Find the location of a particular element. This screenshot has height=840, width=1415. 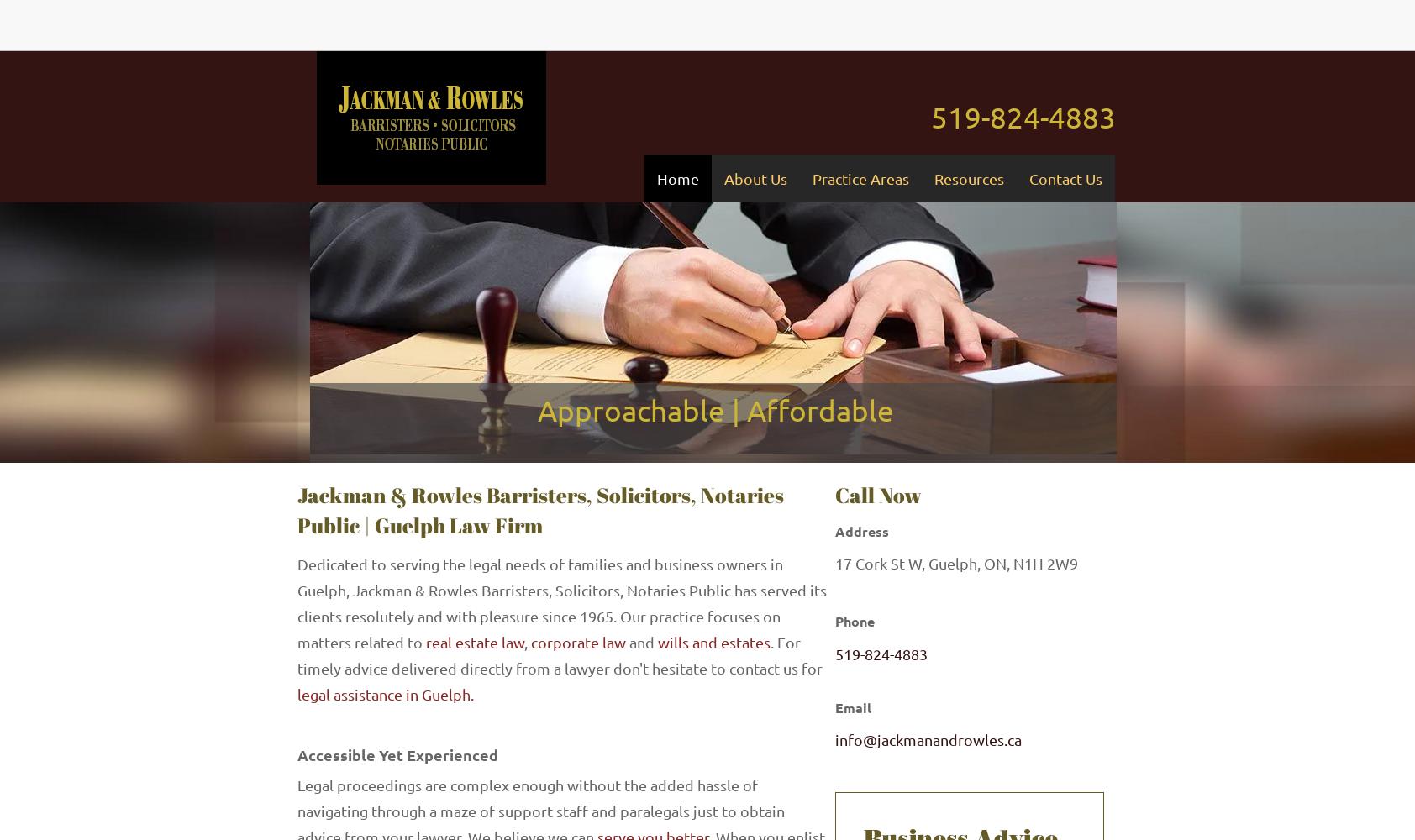

'wills and estates' is located at coordinates (712, 642).